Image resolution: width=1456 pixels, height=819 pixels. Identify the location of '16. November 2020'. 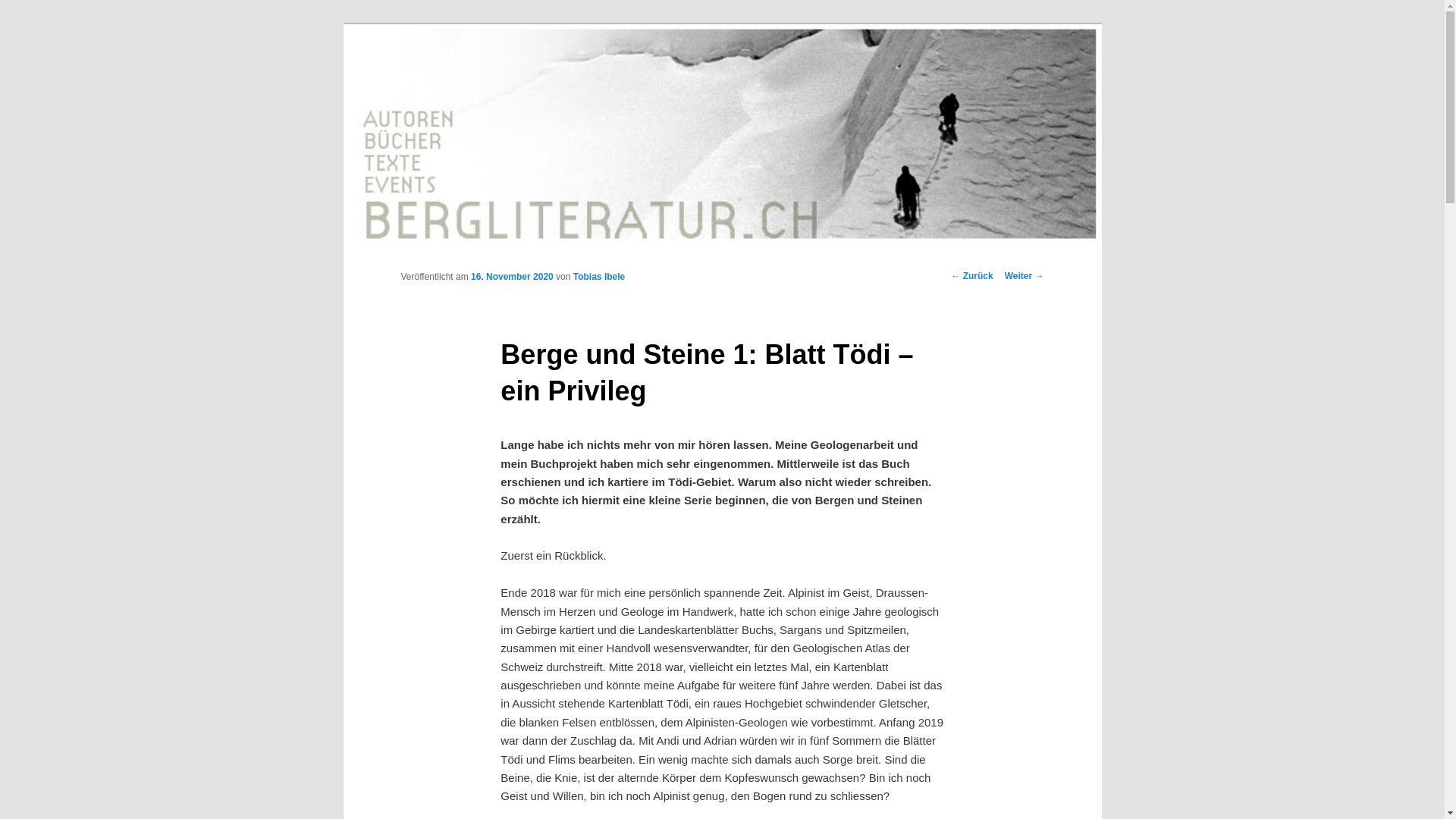
(512, 277).